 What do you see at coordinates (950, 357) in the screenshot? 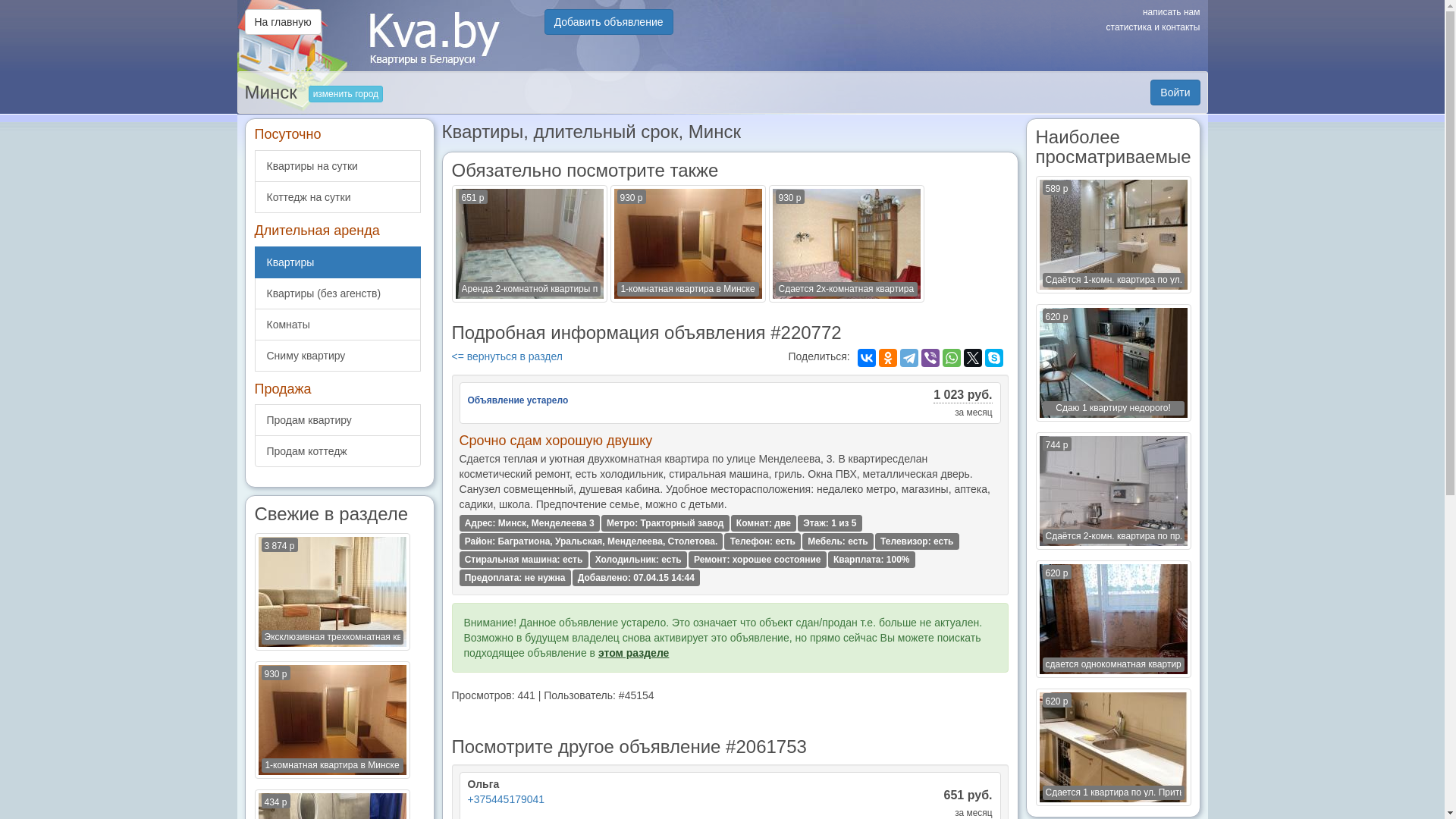
I see `'WhatsApp'` at bounding box center [950, 357].